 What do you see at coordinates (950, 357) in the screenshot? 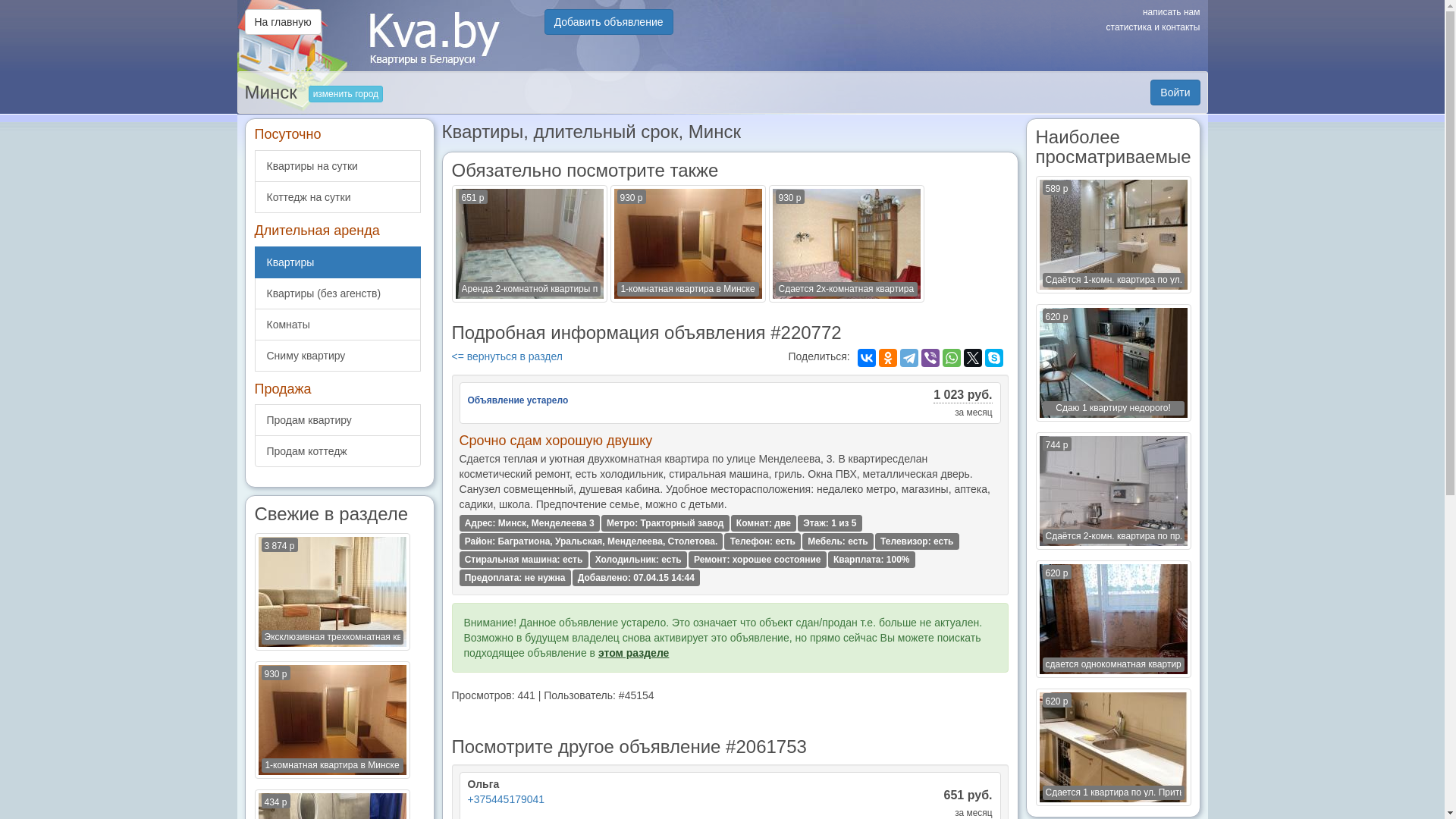
I see `'WhatsApp'` at bounding box center [950, 357].